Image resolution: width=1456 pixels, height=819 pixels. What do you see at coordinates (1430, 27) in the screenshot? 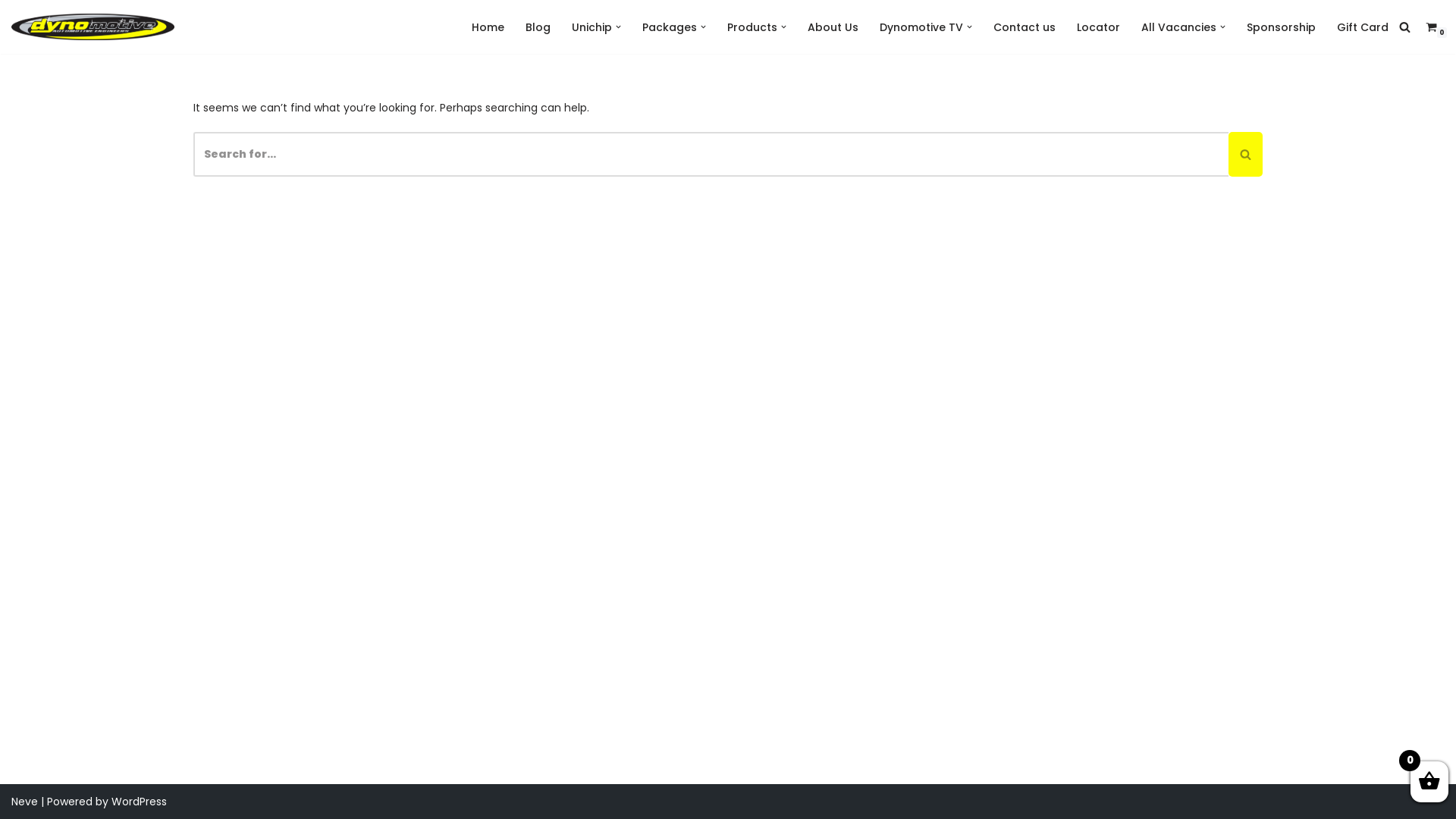
I see `'0'` at bounding box center [1430, 27].